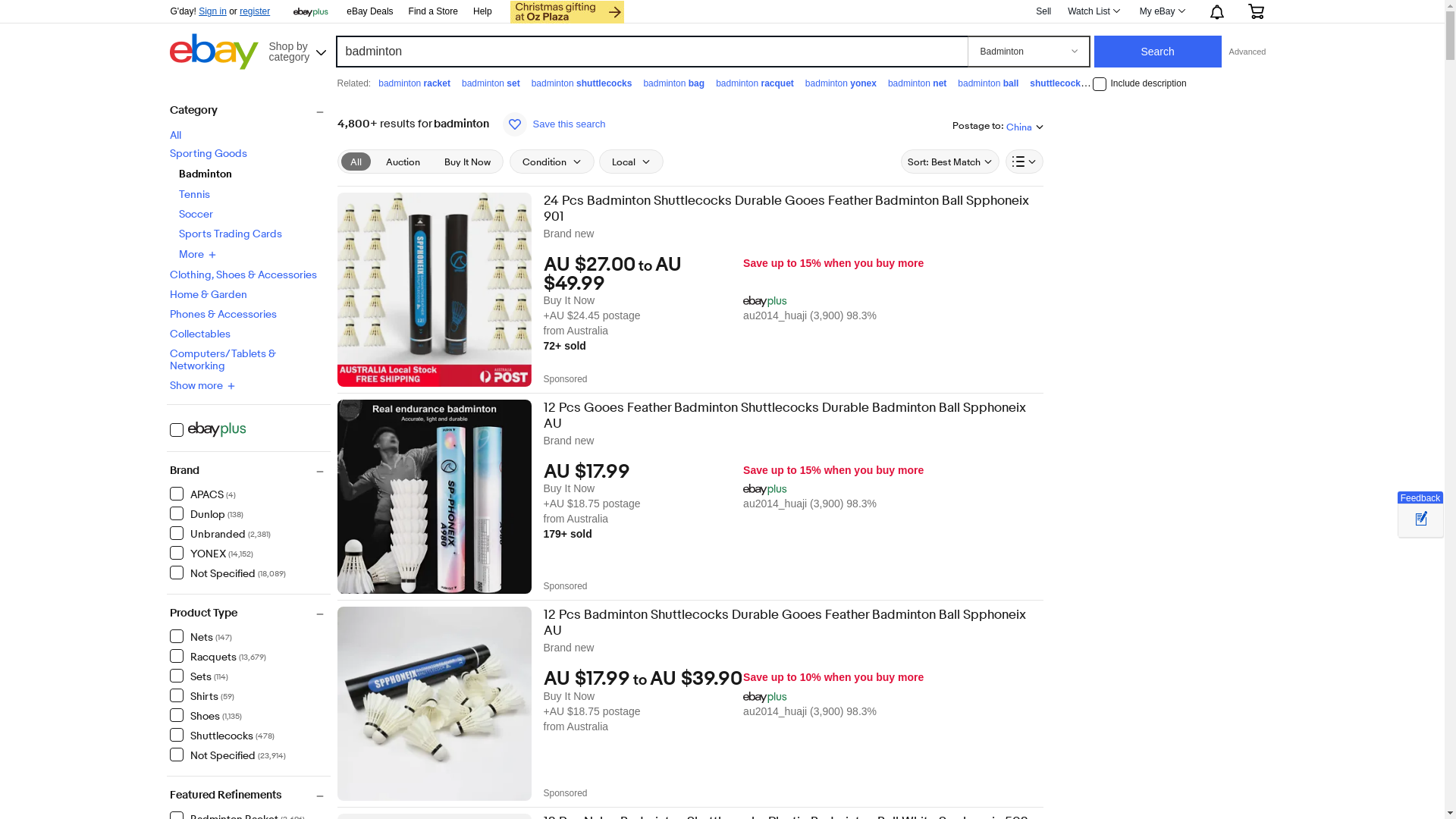 This screenshot has width=1456, height=819. I want to click on 'Notification', so click(1196, 11).